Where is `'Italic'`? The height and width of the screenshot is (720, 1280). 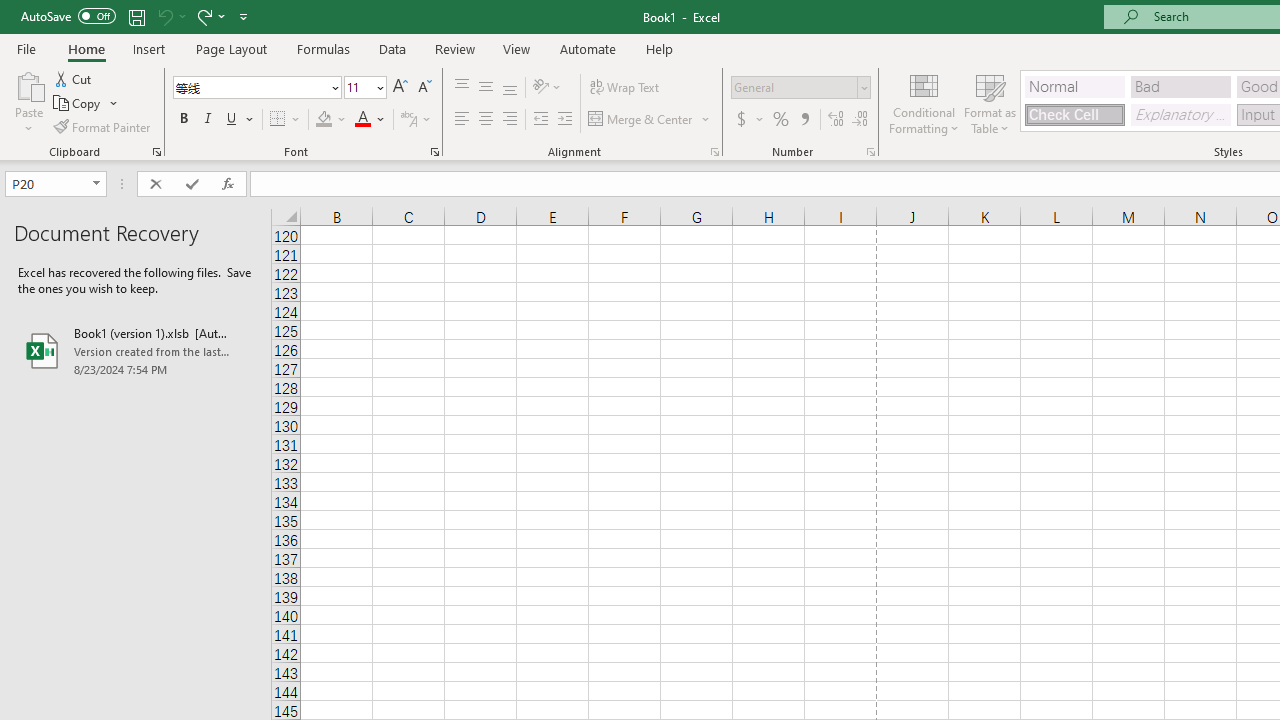 'Italic' is located at coordinates (208, 119).